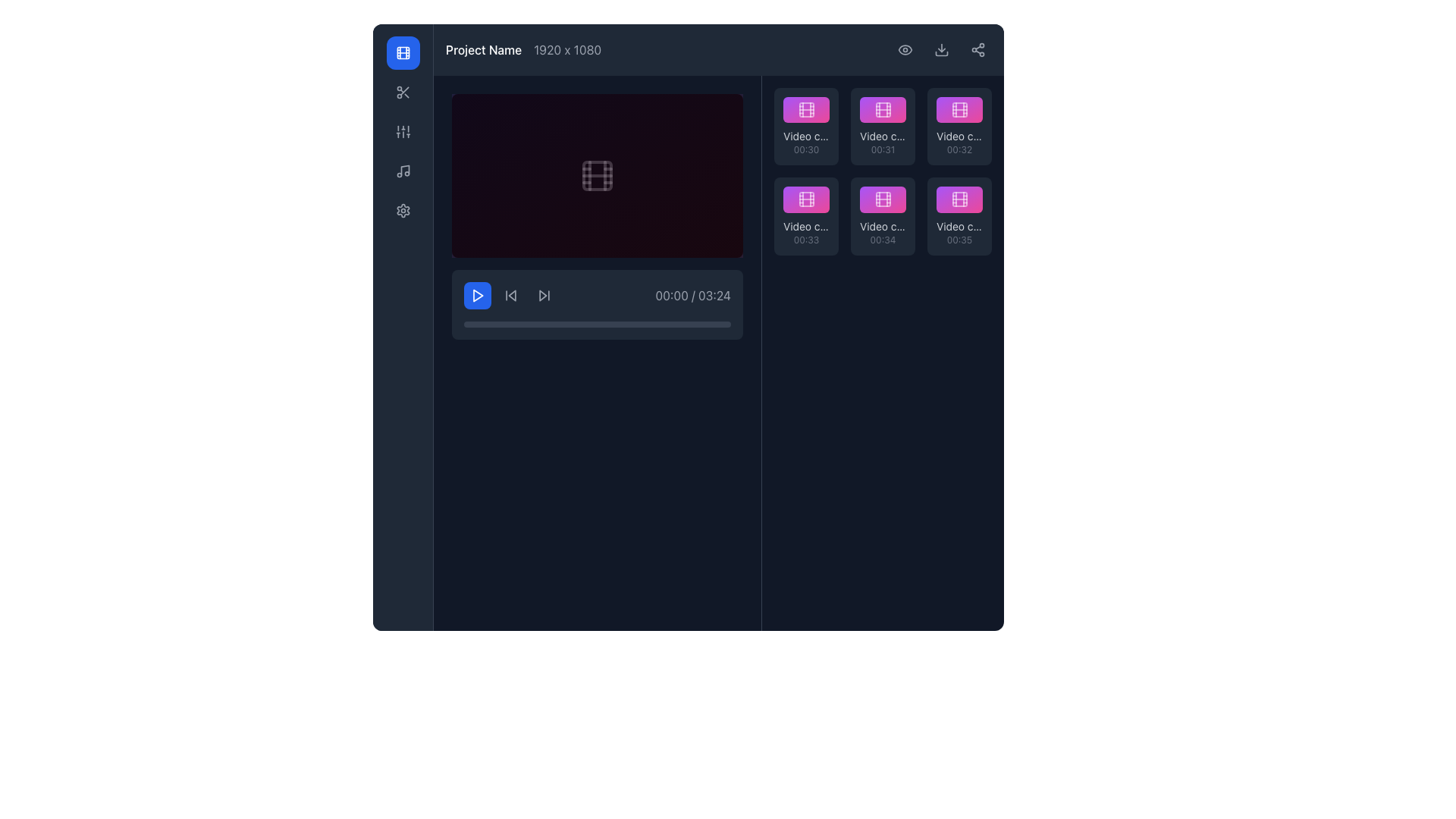  I want to click on the settings icon button located in the sidebar, which is the third icon in the vertical stack between the scissors icon and the music note icon, so click(403, 130).